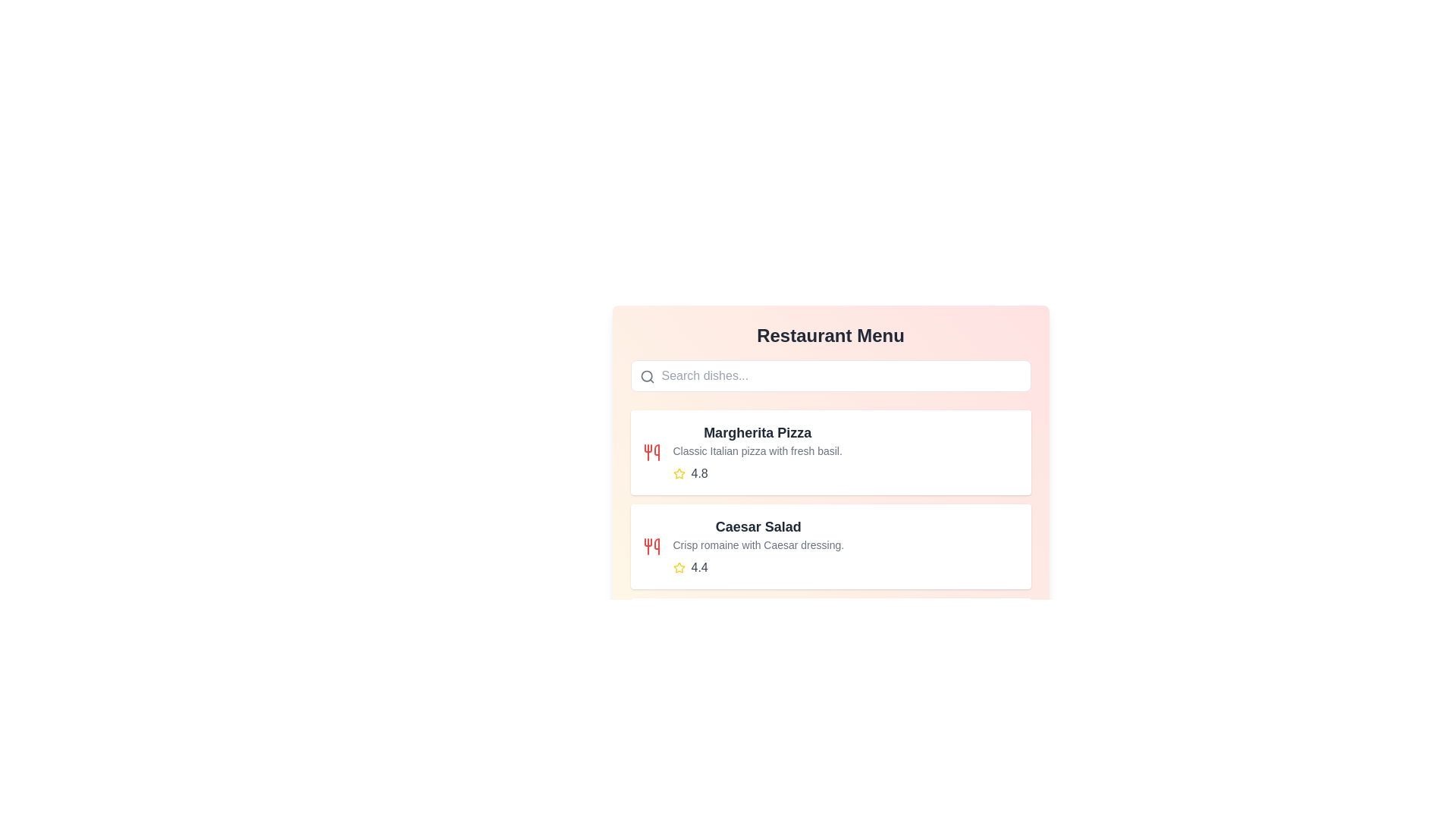 This screenshot has width=1456, height=819. What do you see at coordinates (678, 472) in the screenshot?
I see `the star icon used for rating, located` at bounding box center [678, 472].